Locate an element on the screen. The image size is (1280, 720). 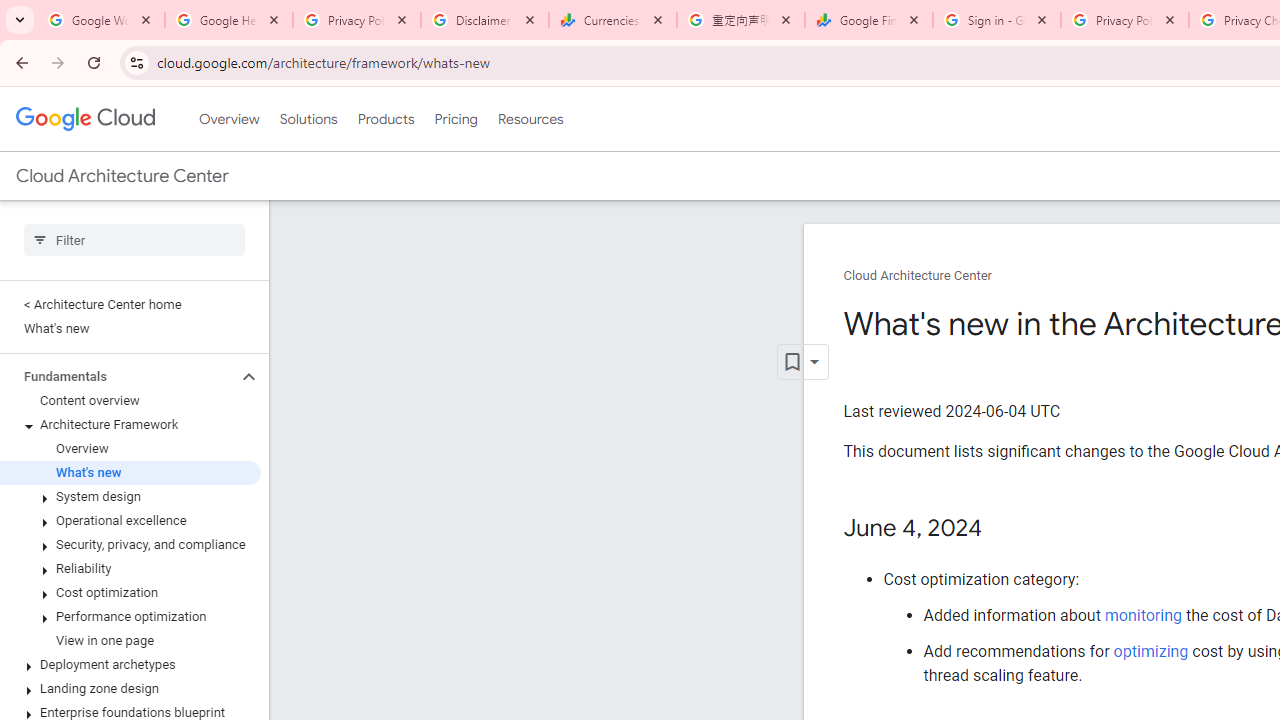
'monitoring' is located at coordinates (1142, 614).